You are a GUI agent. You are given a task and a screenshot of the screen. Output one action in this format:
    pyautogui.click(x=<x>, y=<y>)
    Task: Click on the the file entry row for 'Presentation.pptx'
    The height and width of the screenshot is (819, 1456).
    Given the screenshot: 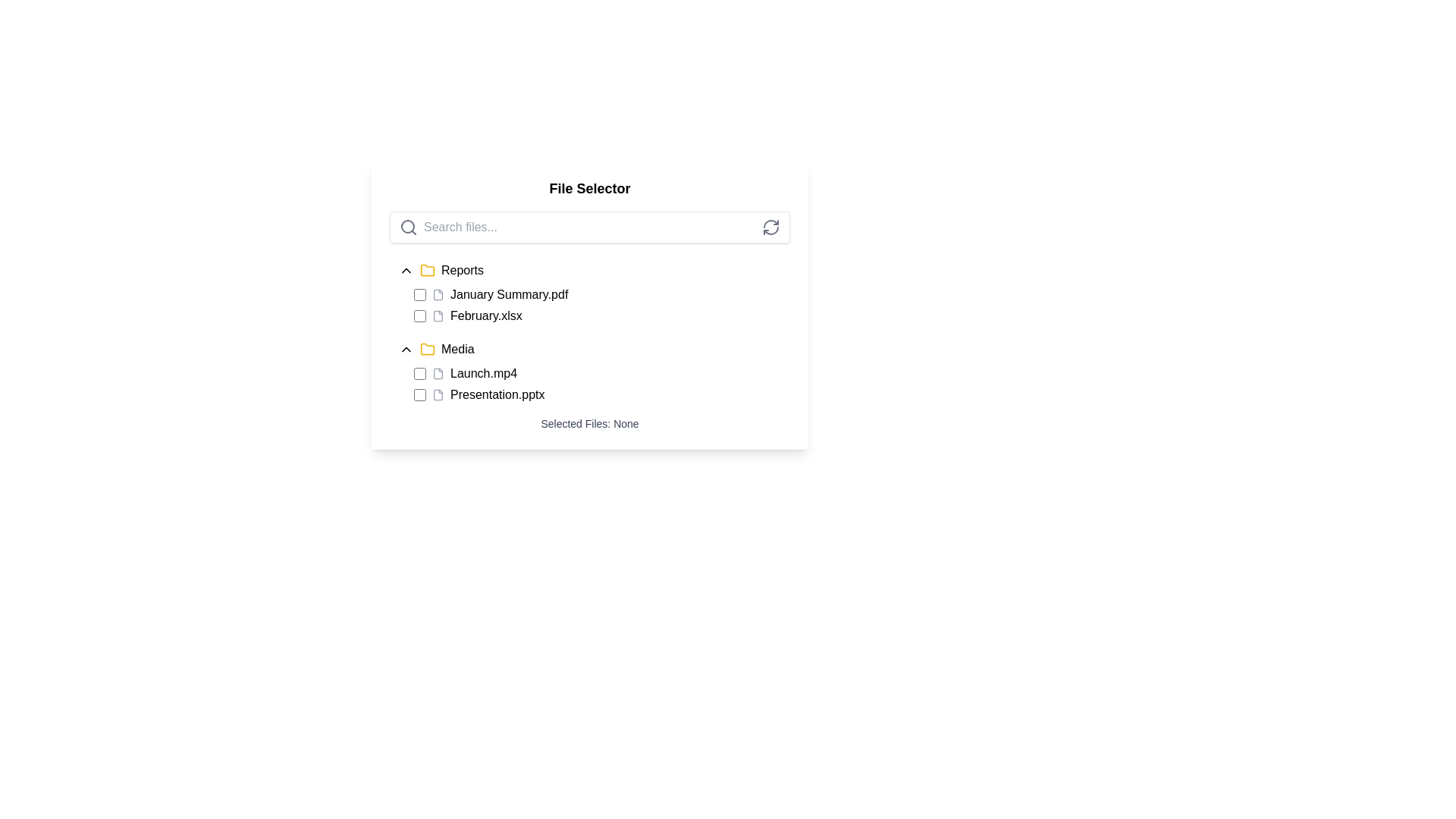 What is the action you would take?
    pyautogui.click(x=601, y=394)
    